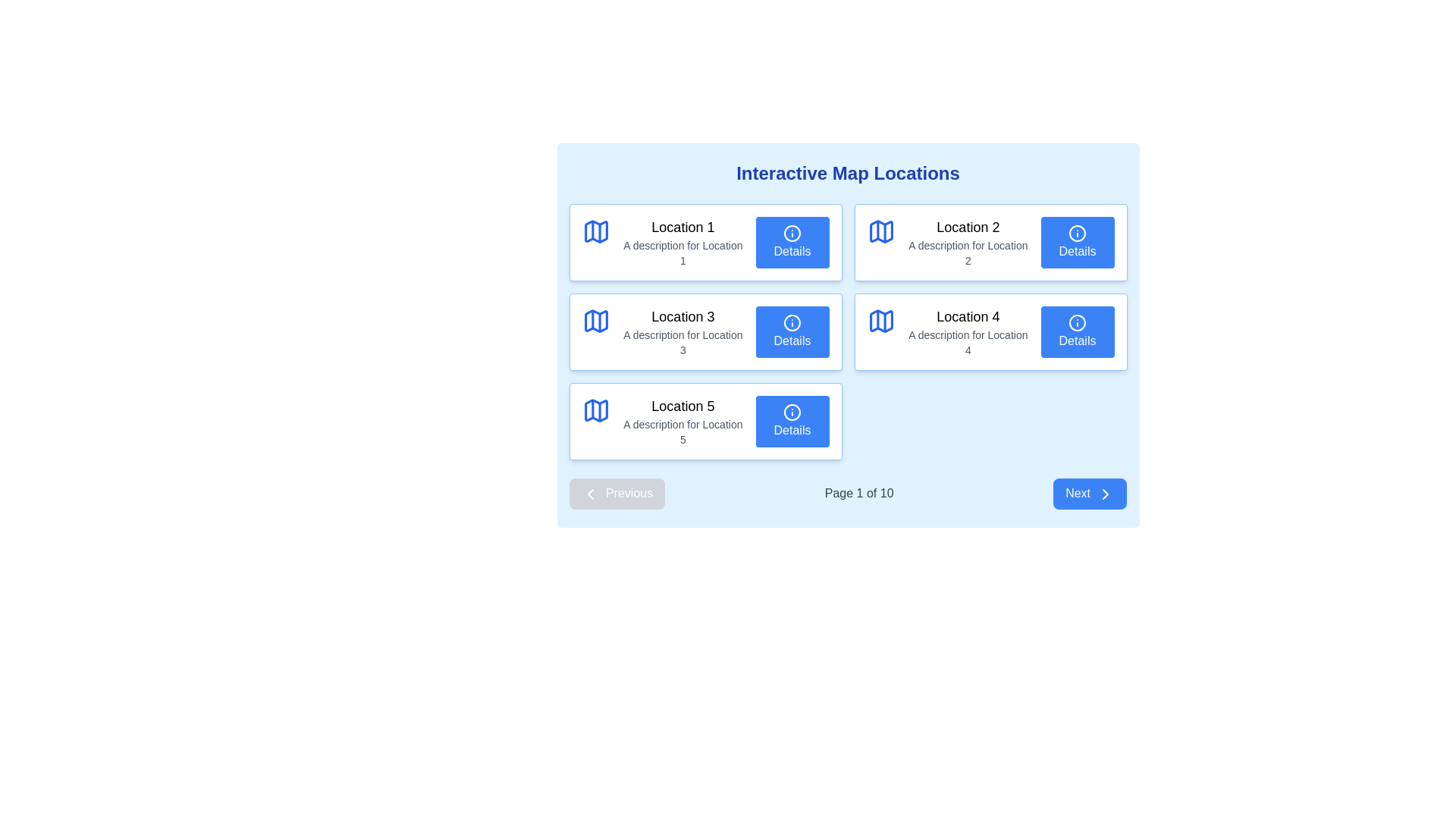 The image size is (1456, 819). Describe the element at coordinates (682, 406) in the screenshot. I see `the title text of the location entry card in the bottom-left corner of the grid layout` at that location.